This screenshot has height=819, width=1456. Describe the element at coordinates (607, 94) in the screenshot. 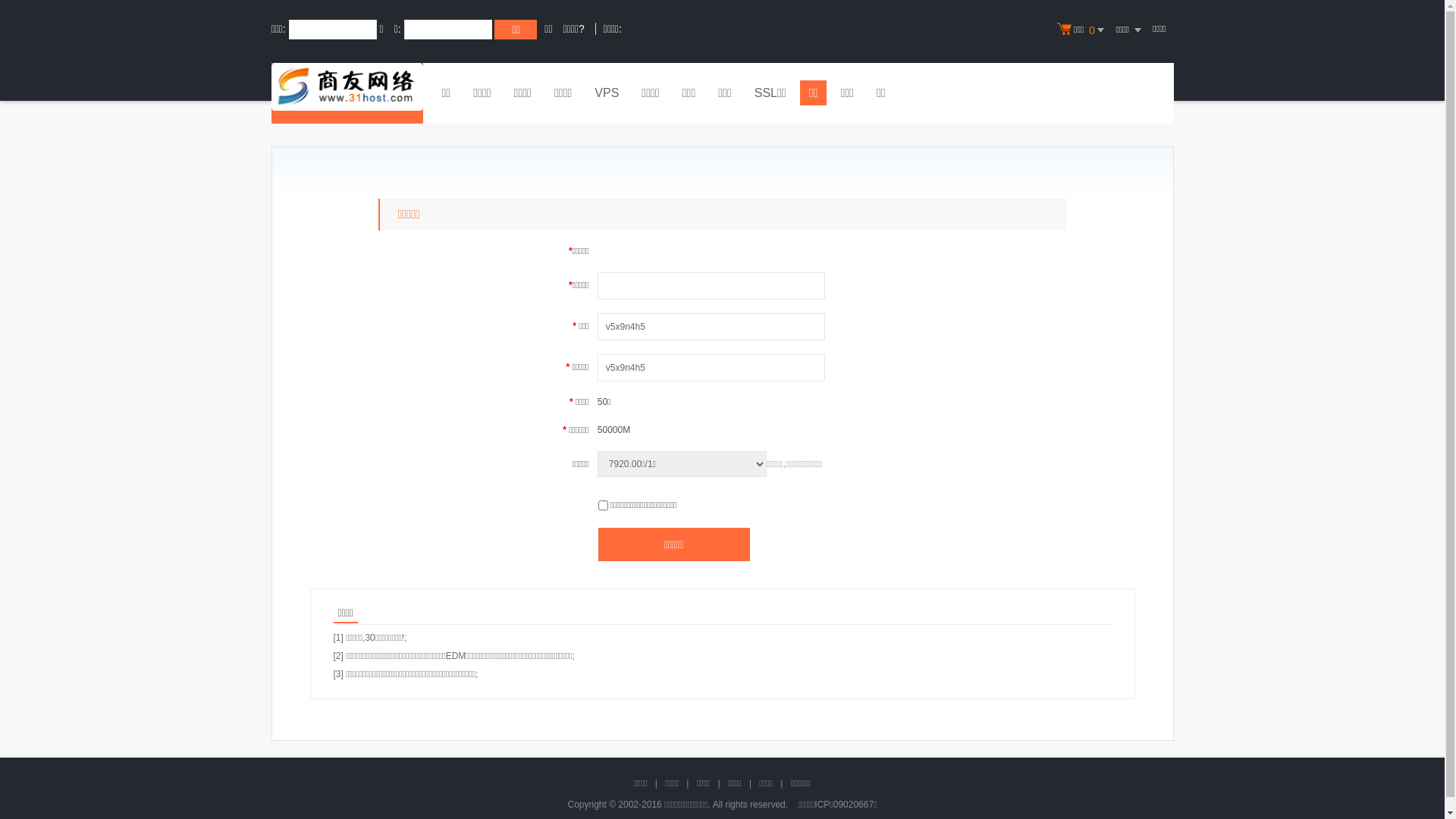

I see `'VPS'` at that location.